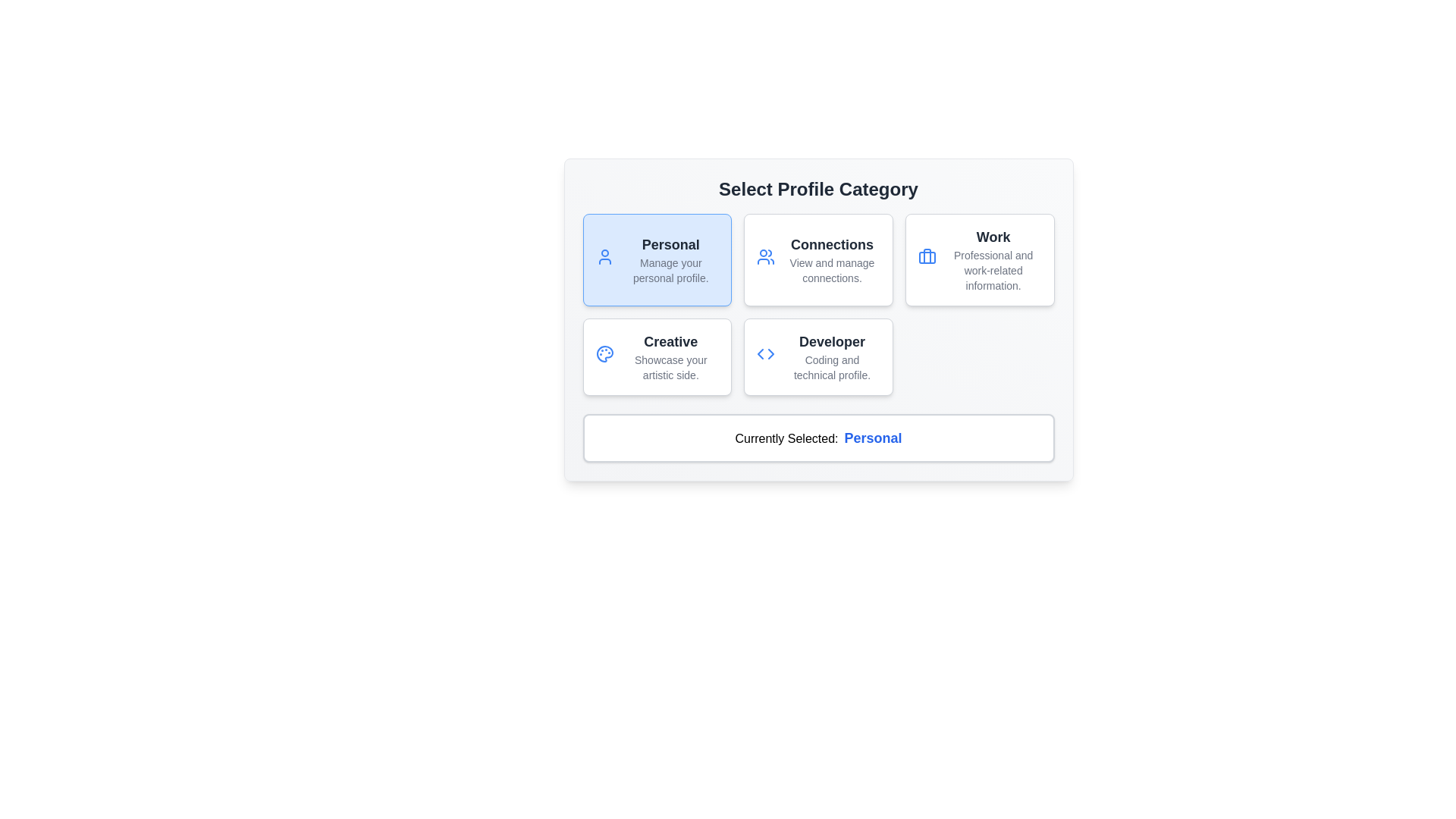  I want to click on the 'Personal' profile category icon located in the leftmost card of the 'Select Profile Category' section, positioned above the text 'Manage your personal profile.', so click(604, 259).